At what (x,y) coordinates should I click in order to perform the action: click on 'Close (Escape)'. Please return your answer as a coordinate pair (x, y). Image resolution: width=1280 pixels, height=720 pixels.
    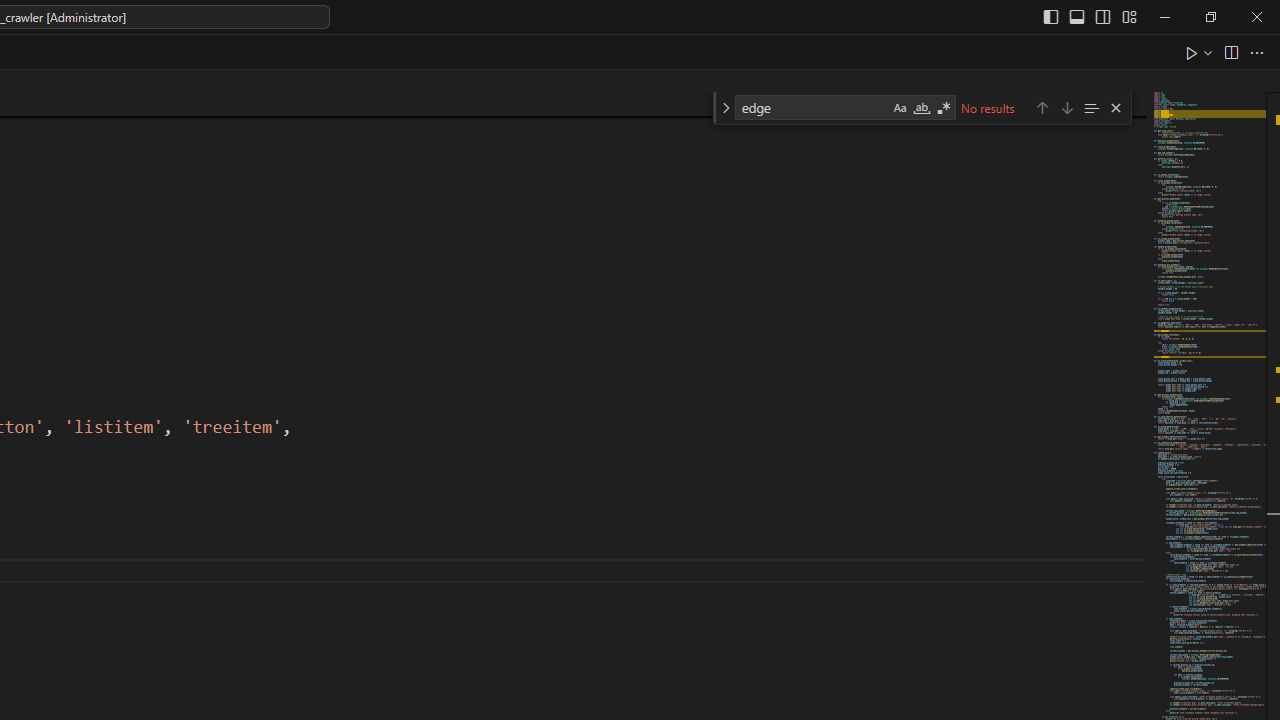
    Looking at the image, I should click on (1114, 108).